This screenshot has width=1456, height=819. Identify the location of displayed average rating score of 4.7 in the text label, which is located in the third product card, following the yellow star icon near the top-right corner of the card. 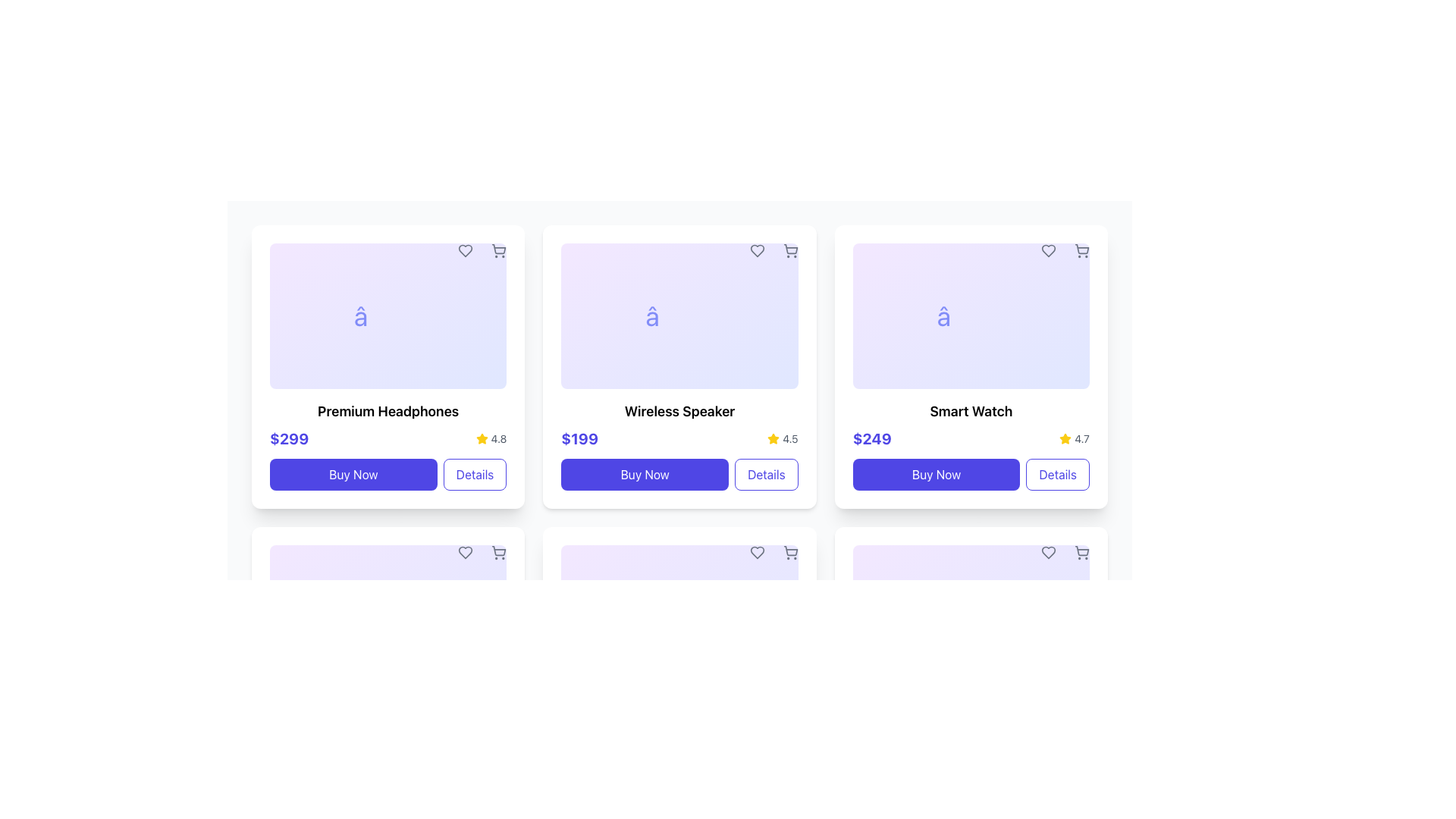
(1081, 438).